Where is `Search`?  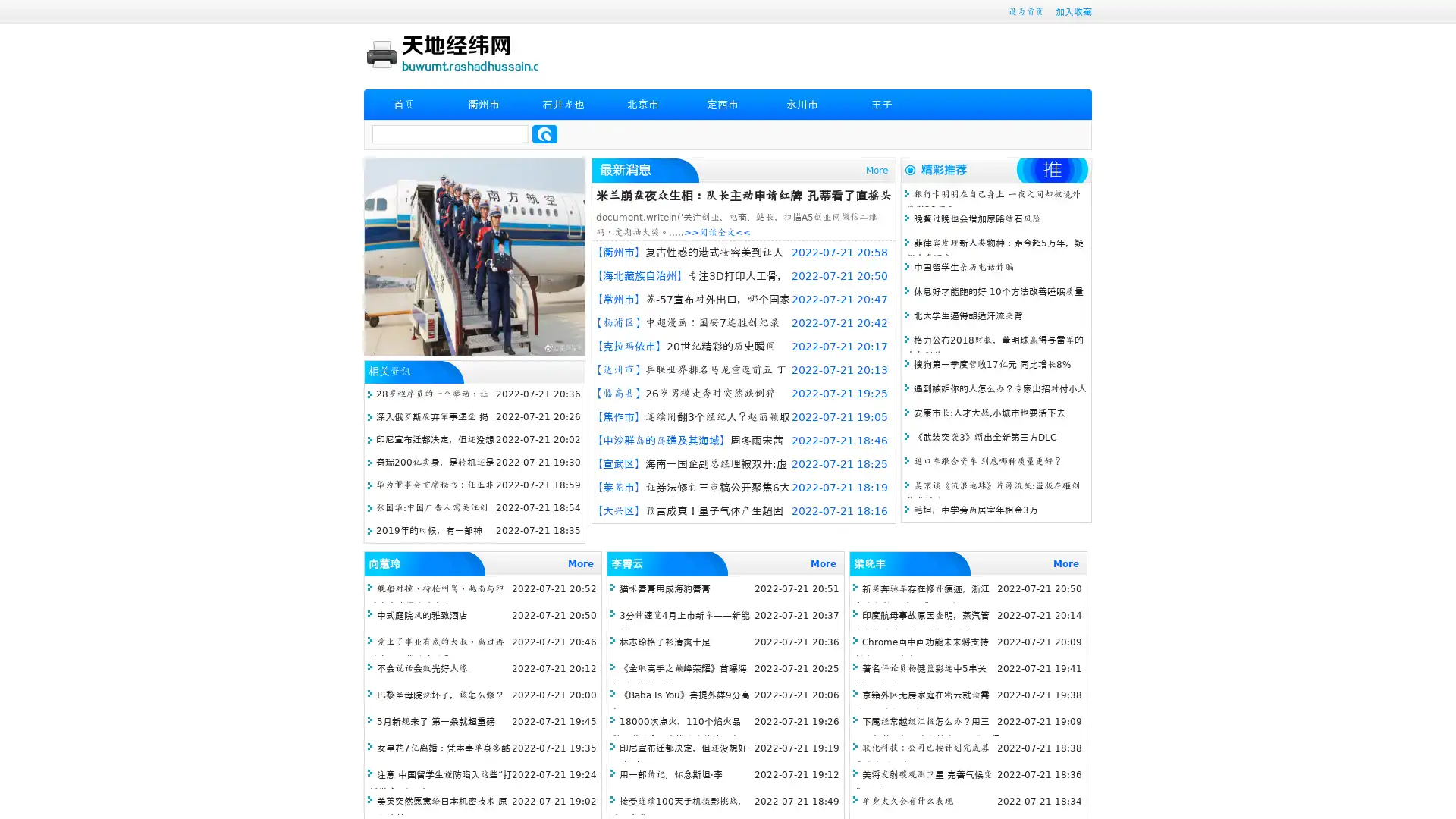 Search is located at coordinates (544, 133).